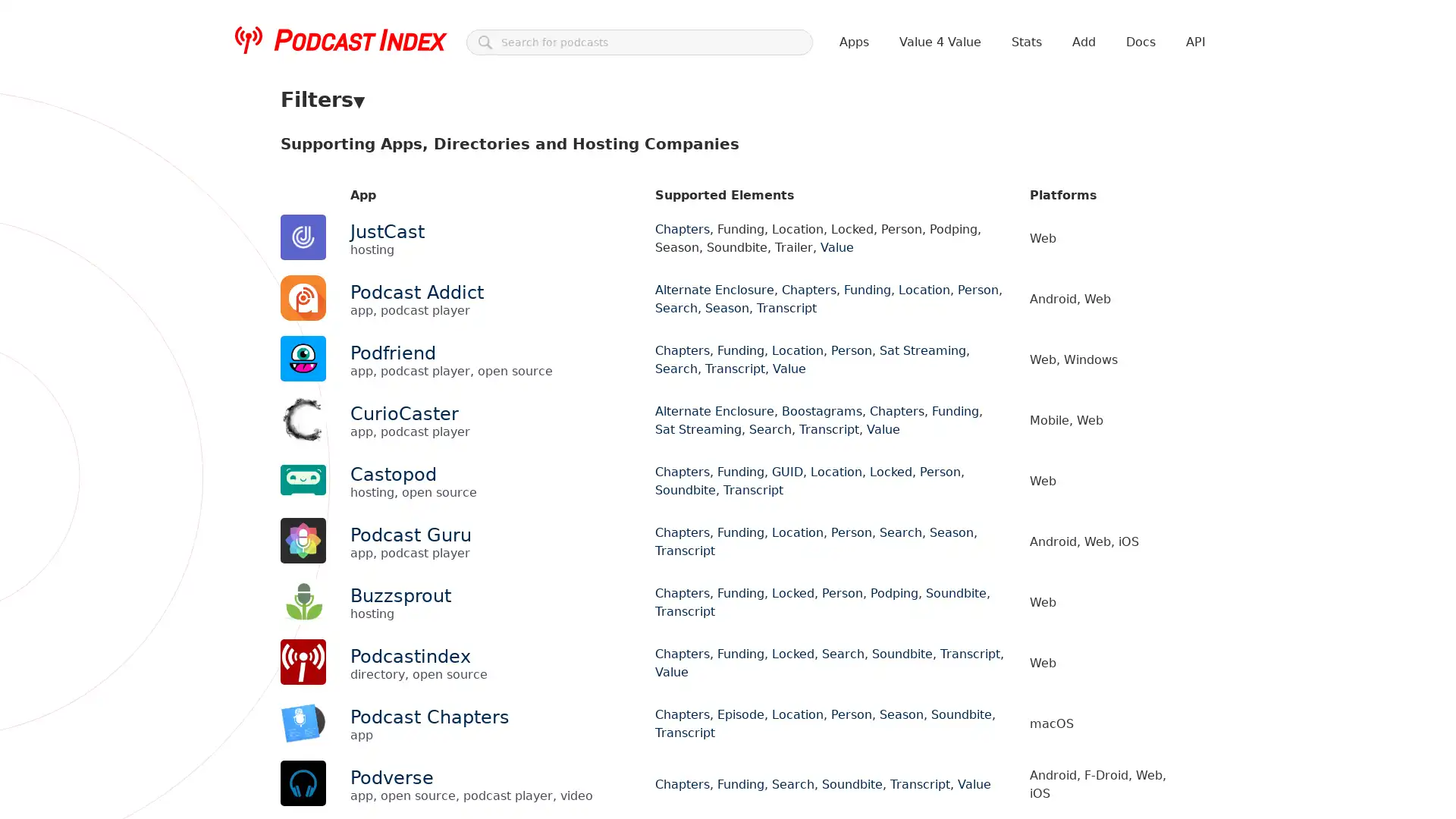  I want to click on Linux, so click(892, 311).